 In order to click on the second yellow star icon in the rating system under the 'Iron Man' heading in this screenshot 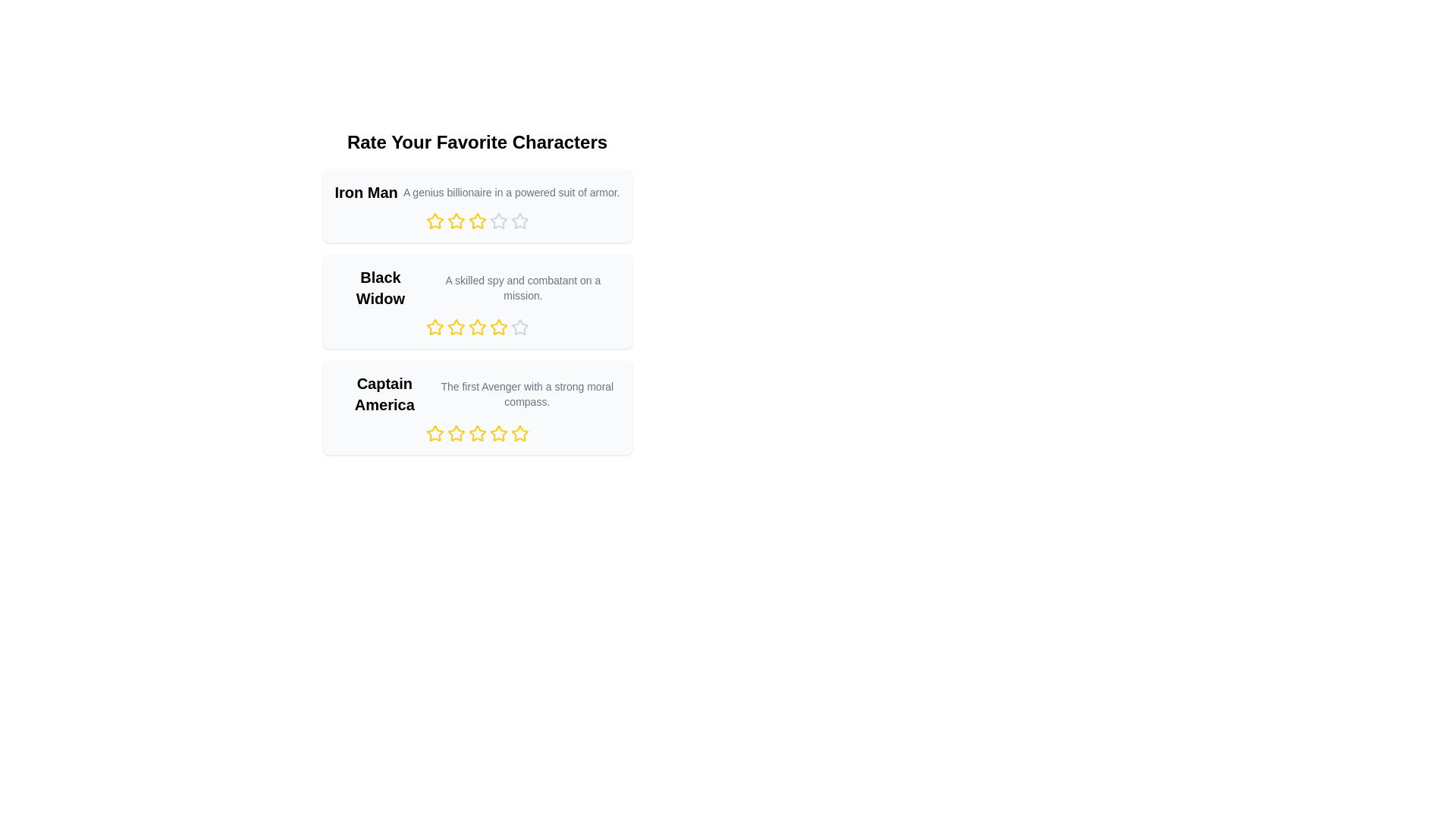, I will do `click(455, 221)`.